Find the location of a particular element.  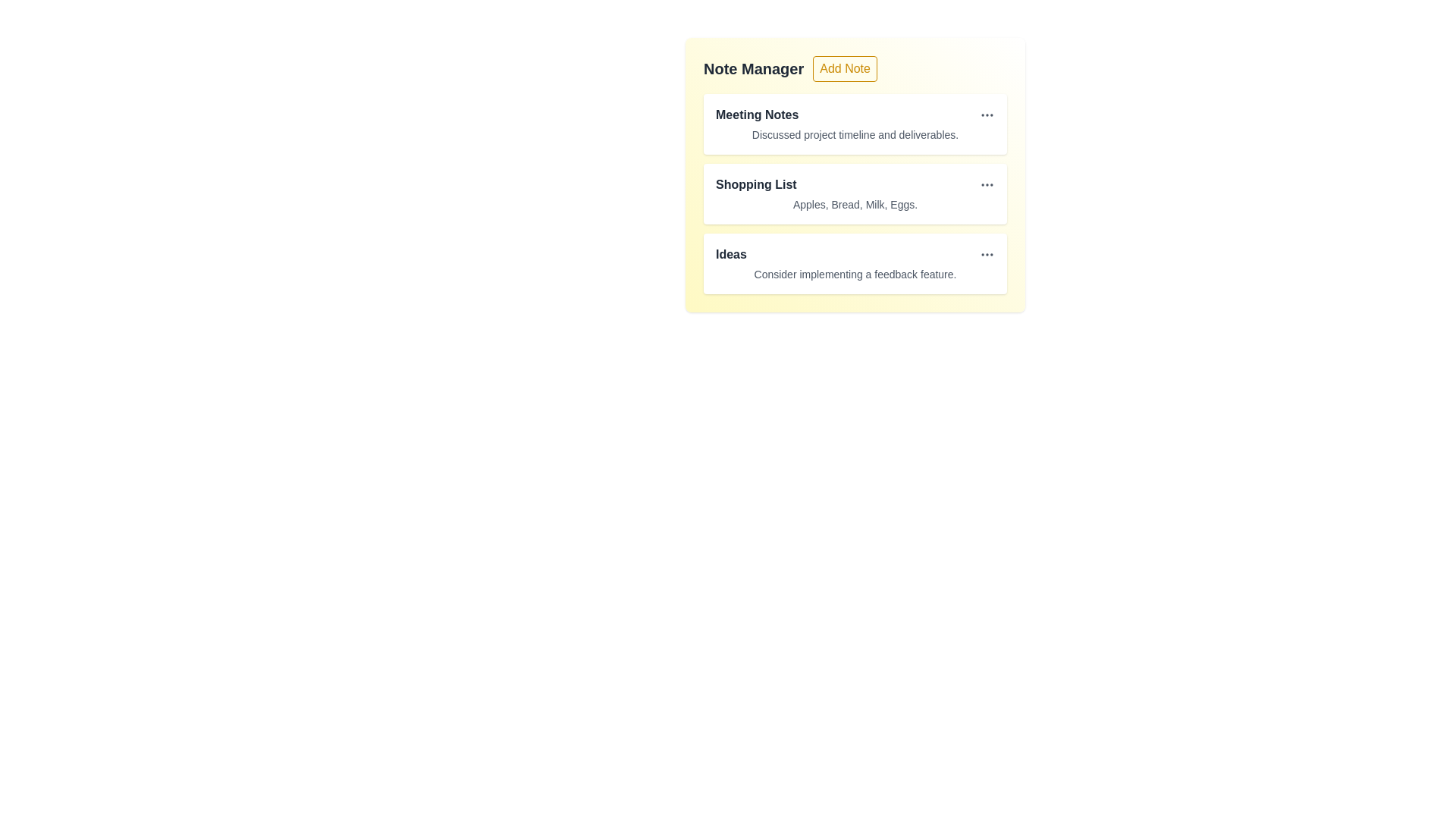

the note item titled 'Meeting Notes' to observe hover effects is located at coordinates (855, 124).